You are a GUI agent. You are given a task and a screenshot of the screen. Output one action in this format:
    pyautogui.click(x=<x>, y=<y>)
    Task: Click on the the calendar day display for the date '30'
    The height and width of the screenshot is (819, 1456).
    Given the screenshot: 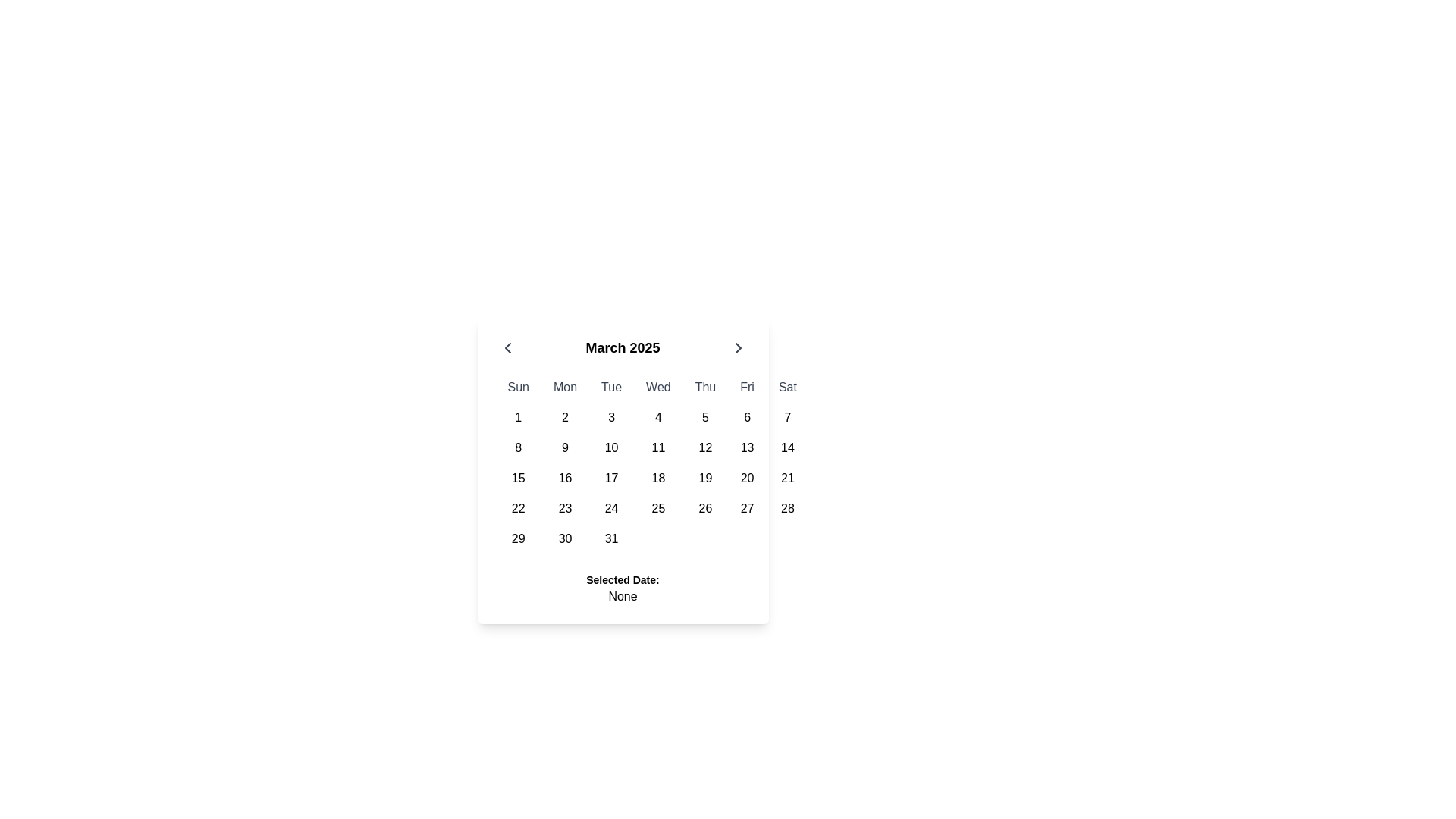 What is the action you would take?
    pyautogui.click(x=564, y=538)
    